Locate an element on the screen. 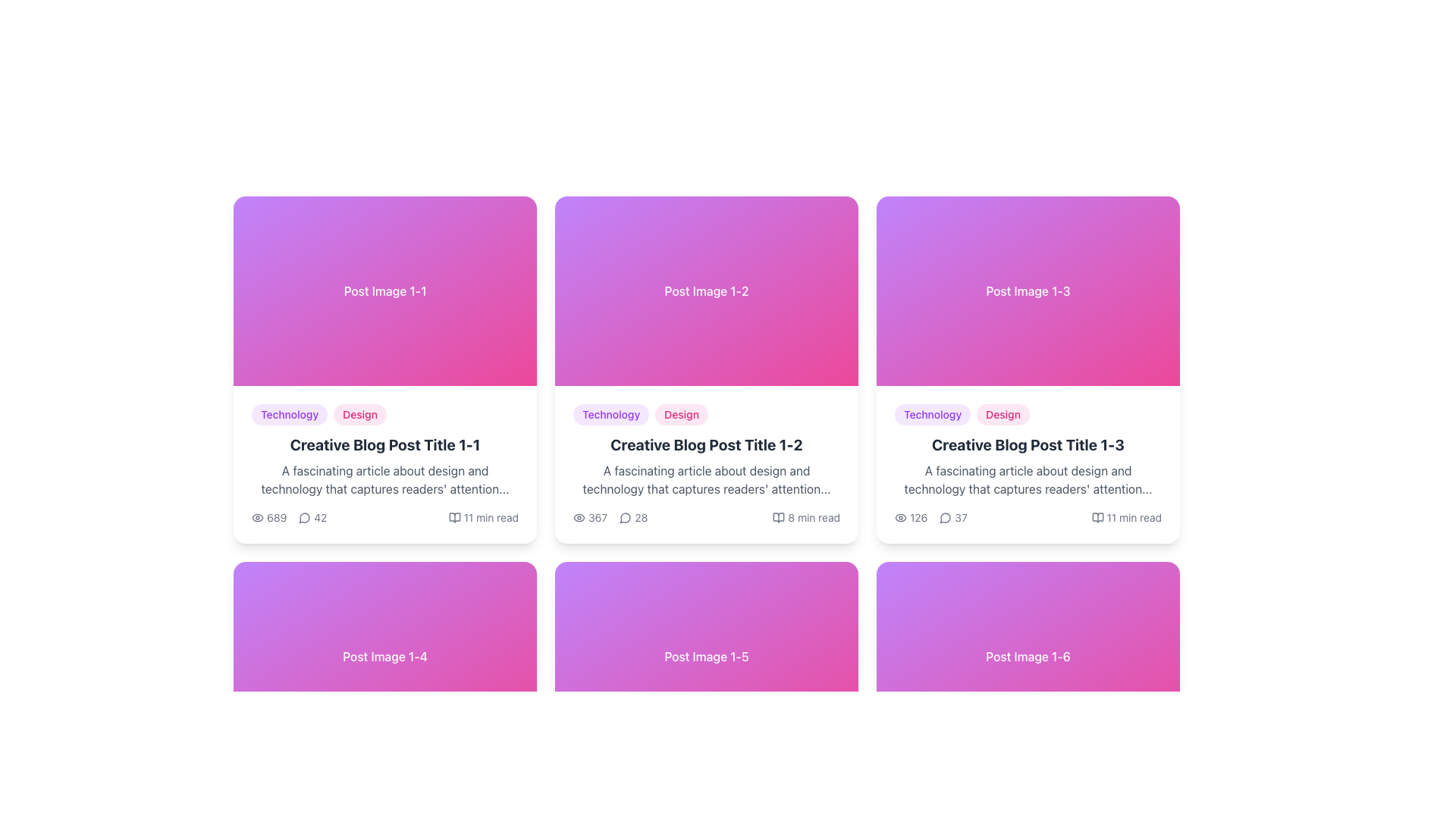  the text element displaying '689' with an adjacent eye icon, positioned in the lower section of the card, directly to the left of the element labeled '42' is located at coordinates (269, 516).